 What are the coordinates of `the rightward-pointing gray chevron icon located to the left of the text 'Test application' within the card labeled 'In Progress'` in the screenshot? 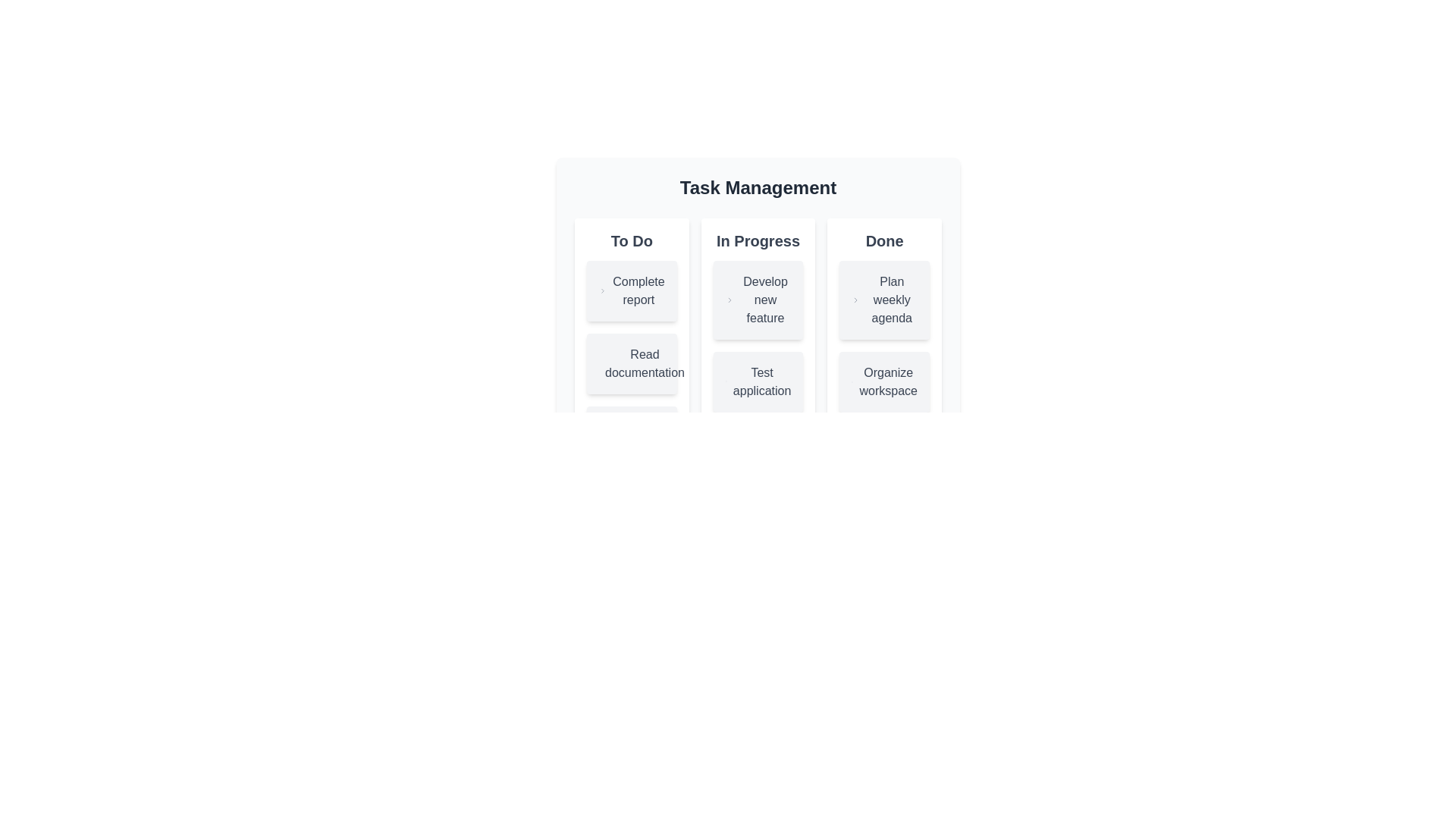 It's located at (725, 381).